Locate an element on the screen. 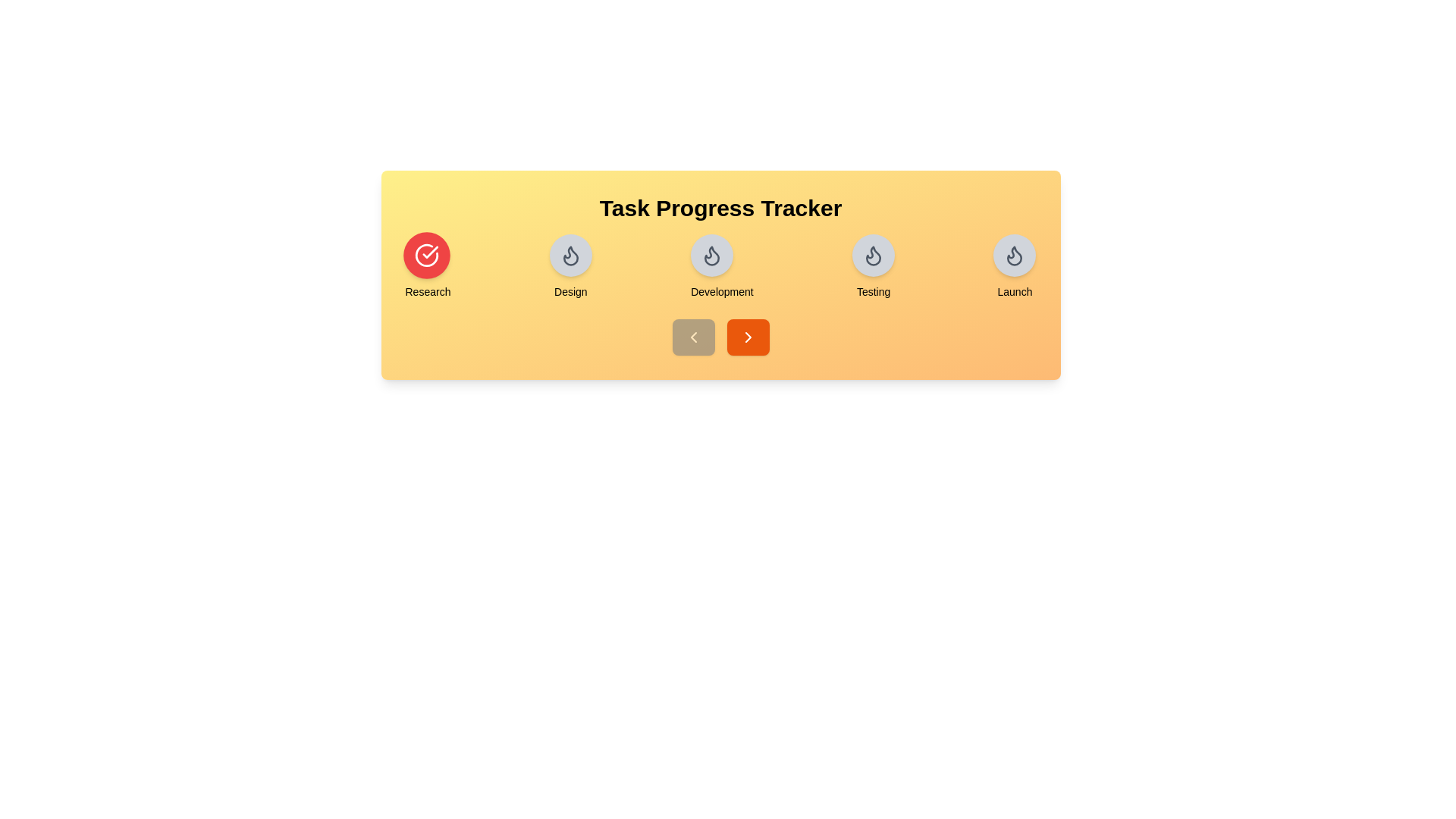  the rightmost forward navigation button located at the bottom center of the component is located at coordinates (748, 336).